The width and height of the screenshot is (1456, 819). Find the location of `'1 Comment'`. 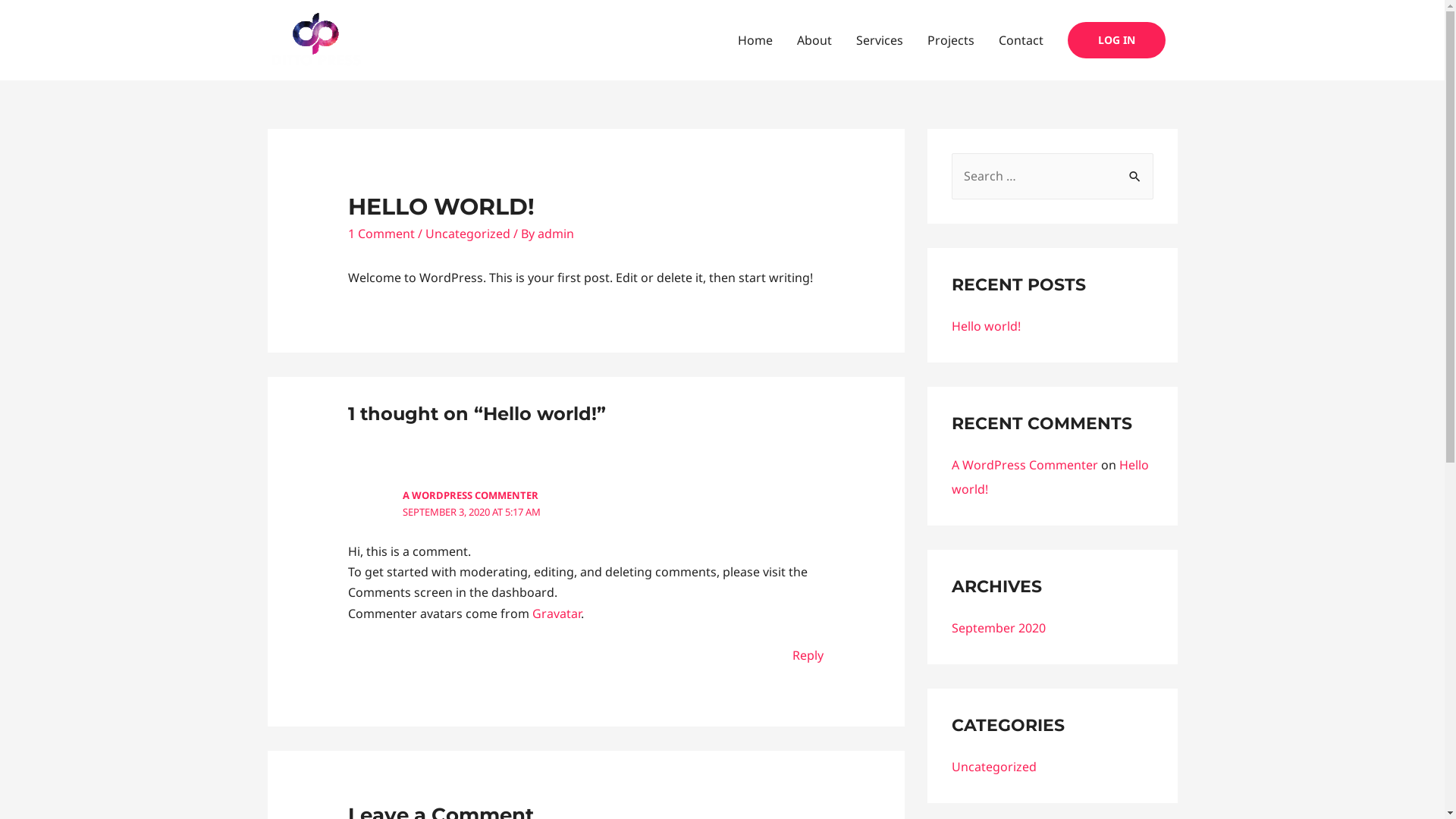

'1 Comment' is located at coordinates (381, 234).